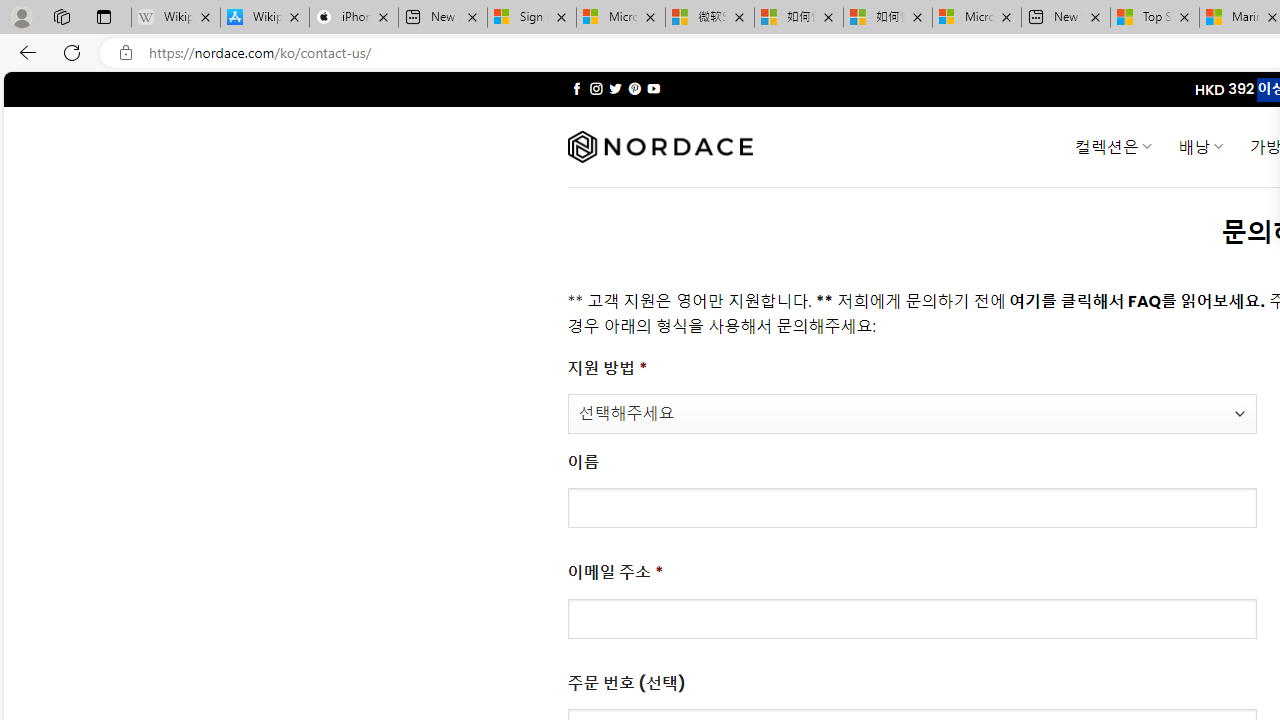 The image size is (1280, 720). I want to click on 'Back', so click(24, 51).